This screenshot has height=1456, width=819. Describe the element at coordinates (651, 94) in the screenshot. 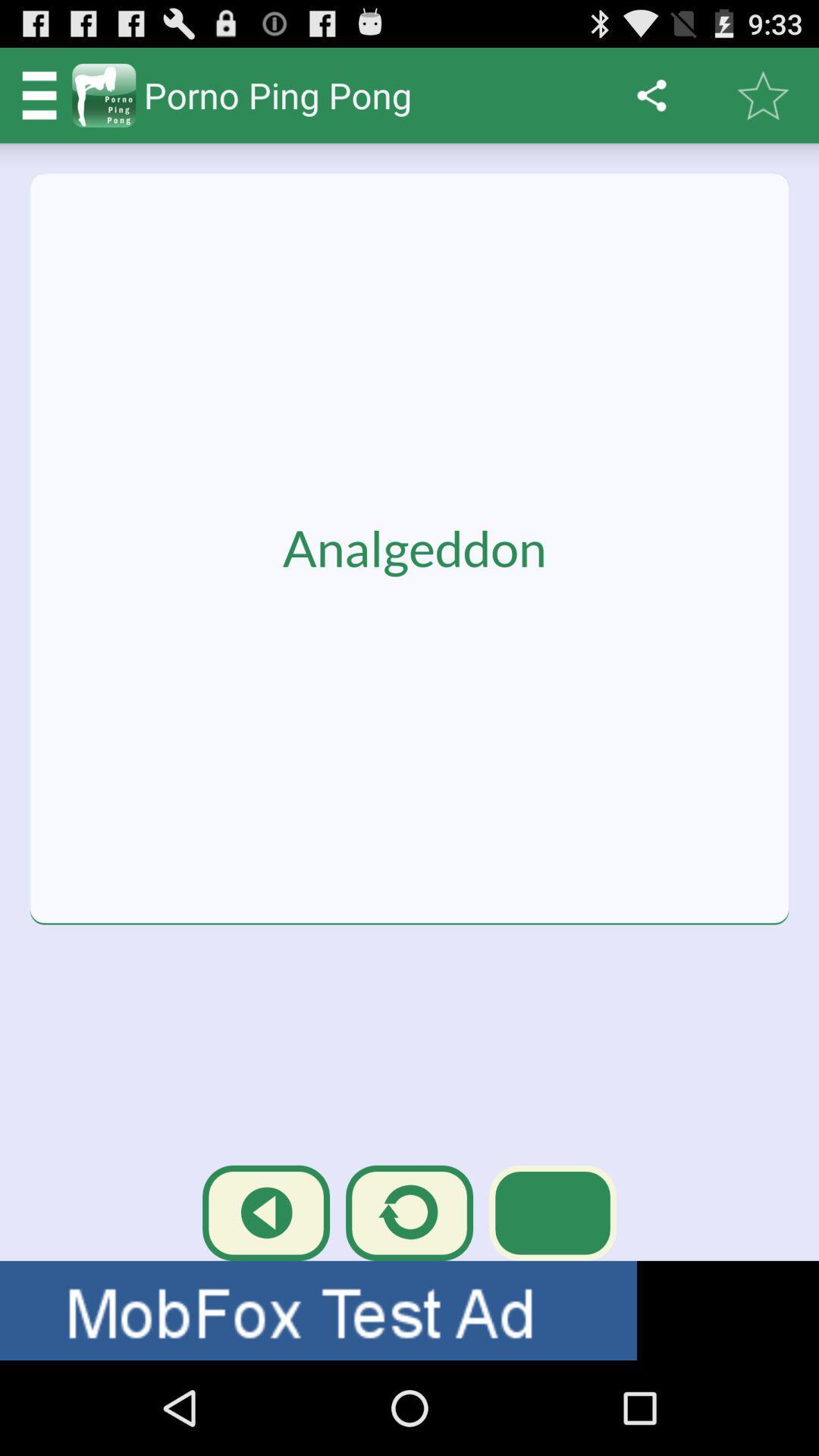

I see `the sharing icon` at that location.